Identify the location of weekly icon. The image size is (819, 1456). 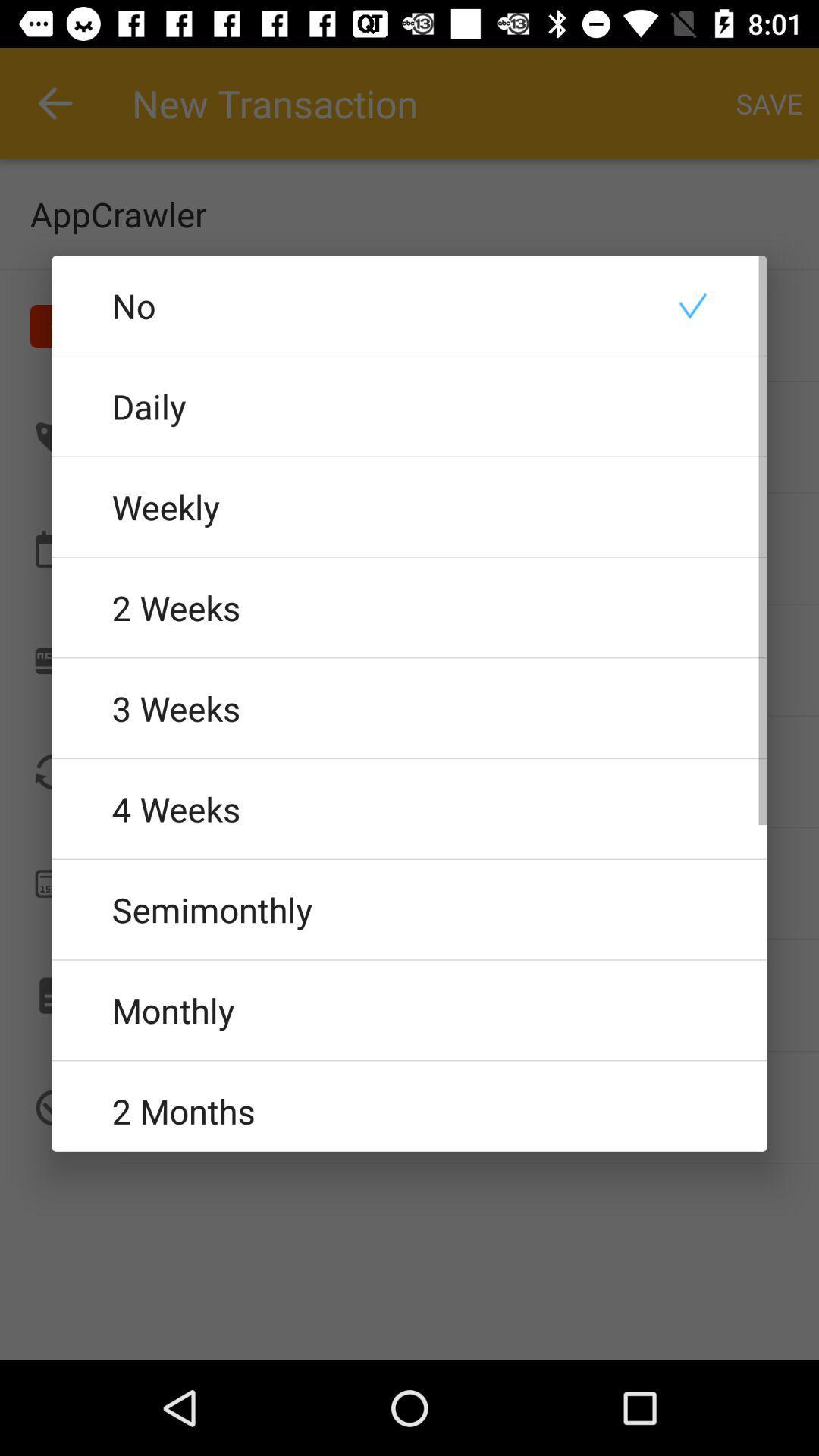
(409, 507).